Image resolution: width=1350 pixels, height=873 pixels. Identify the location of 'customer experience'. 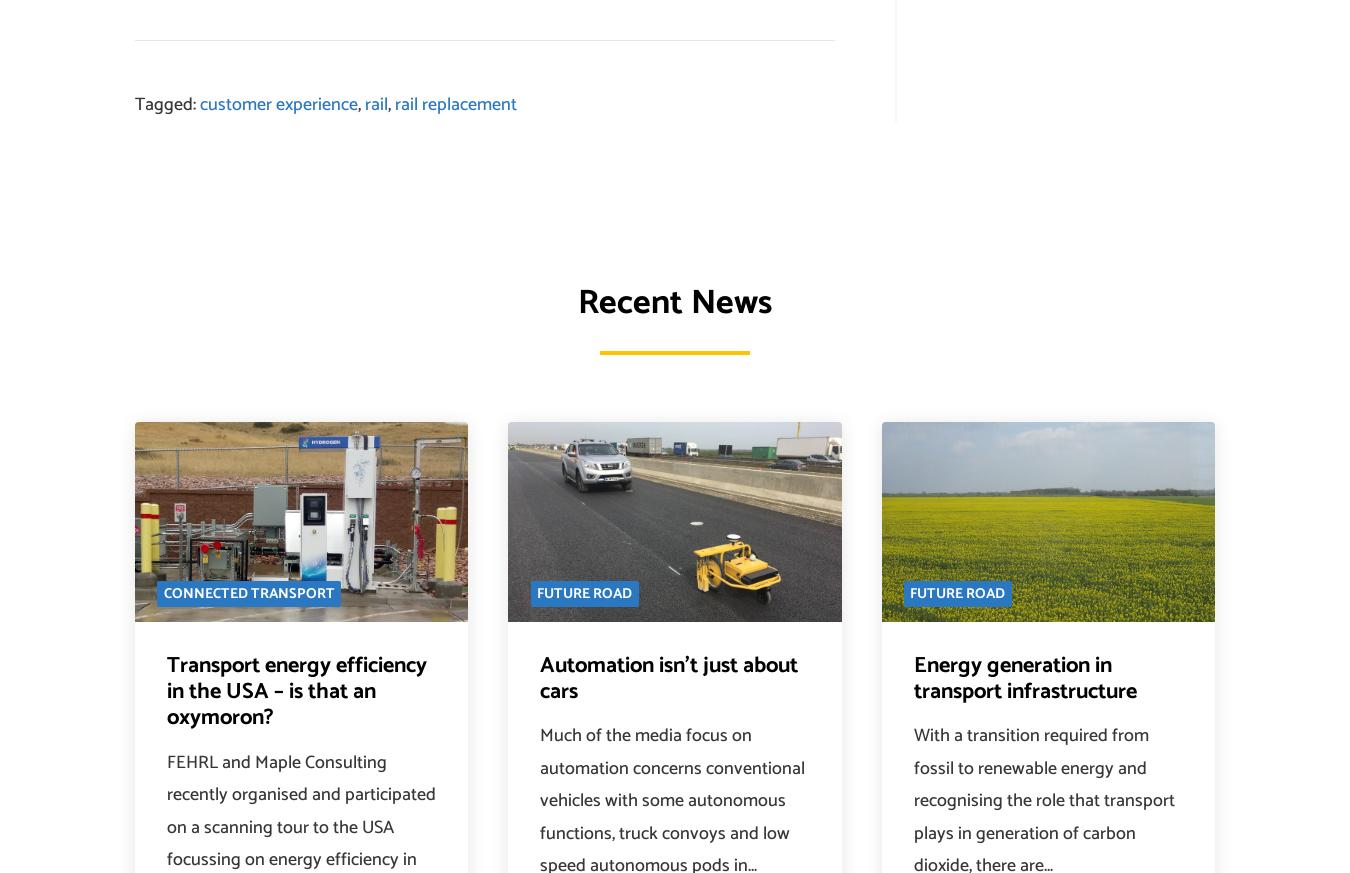
(199, 105).